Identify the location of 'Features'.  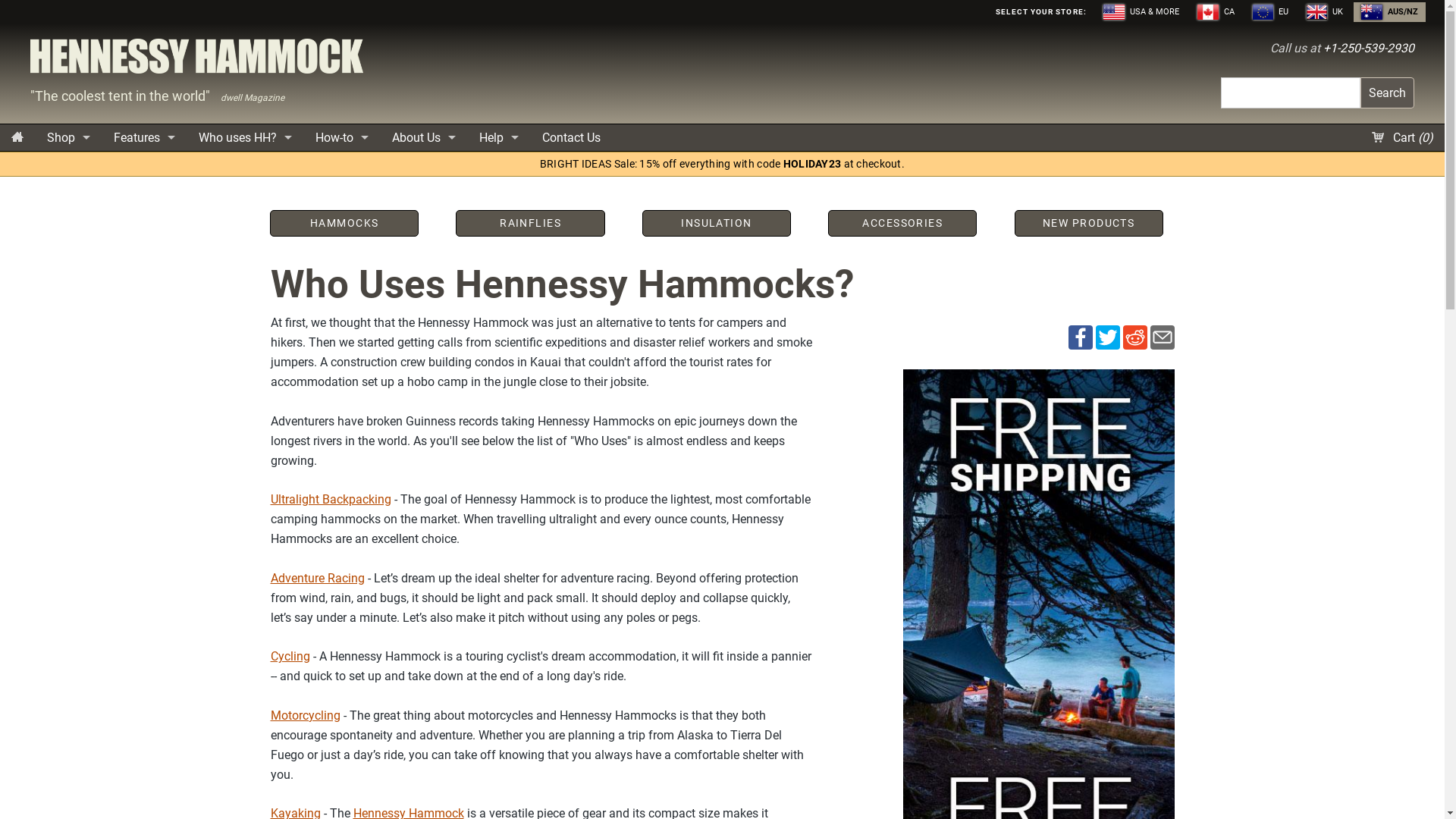
(144, 137).